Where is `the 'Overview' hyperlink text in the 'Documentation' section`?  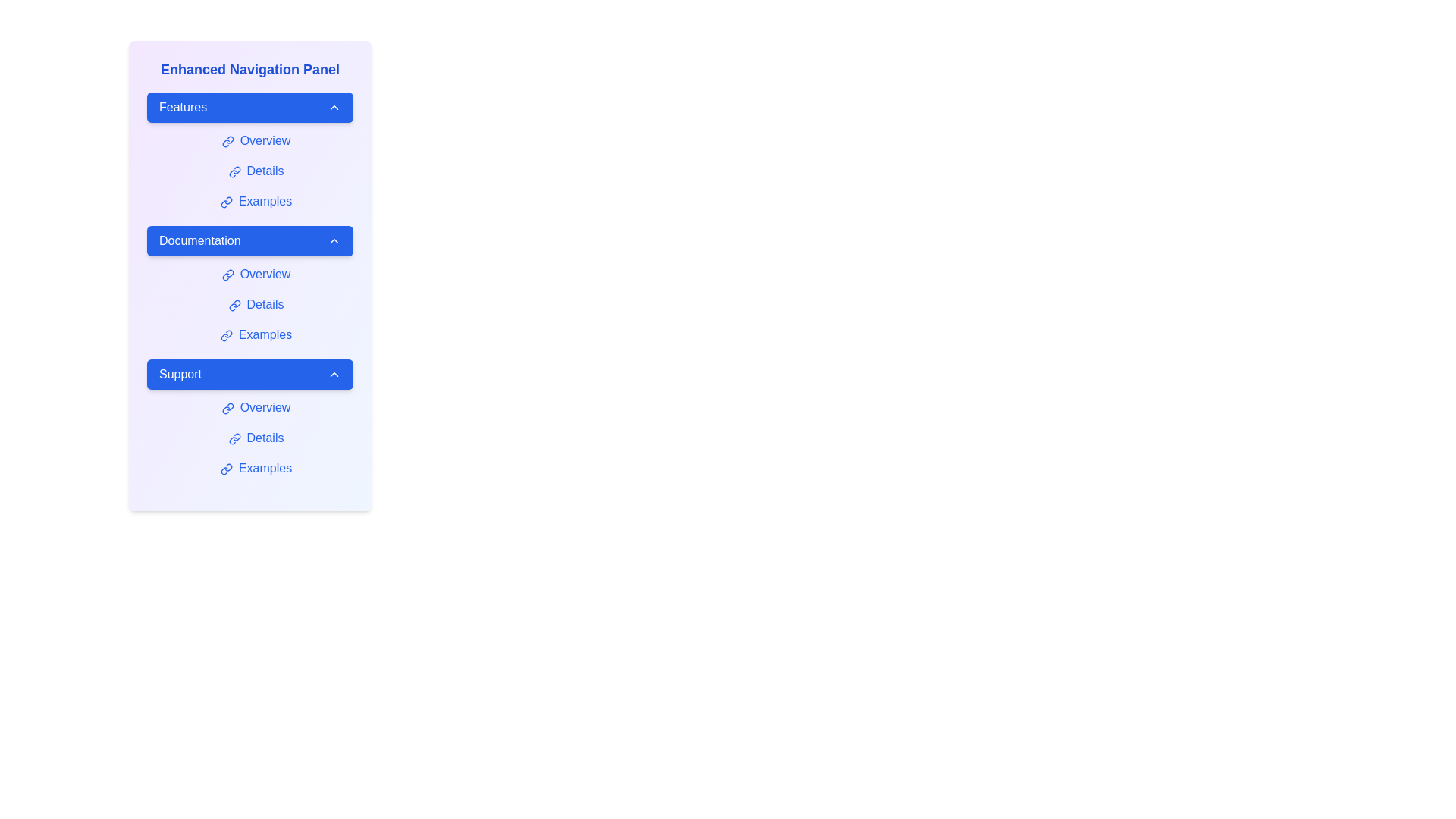 the 'Overview' hyperlink text in the 'Documentation' section is located at coordinates (256, 275).